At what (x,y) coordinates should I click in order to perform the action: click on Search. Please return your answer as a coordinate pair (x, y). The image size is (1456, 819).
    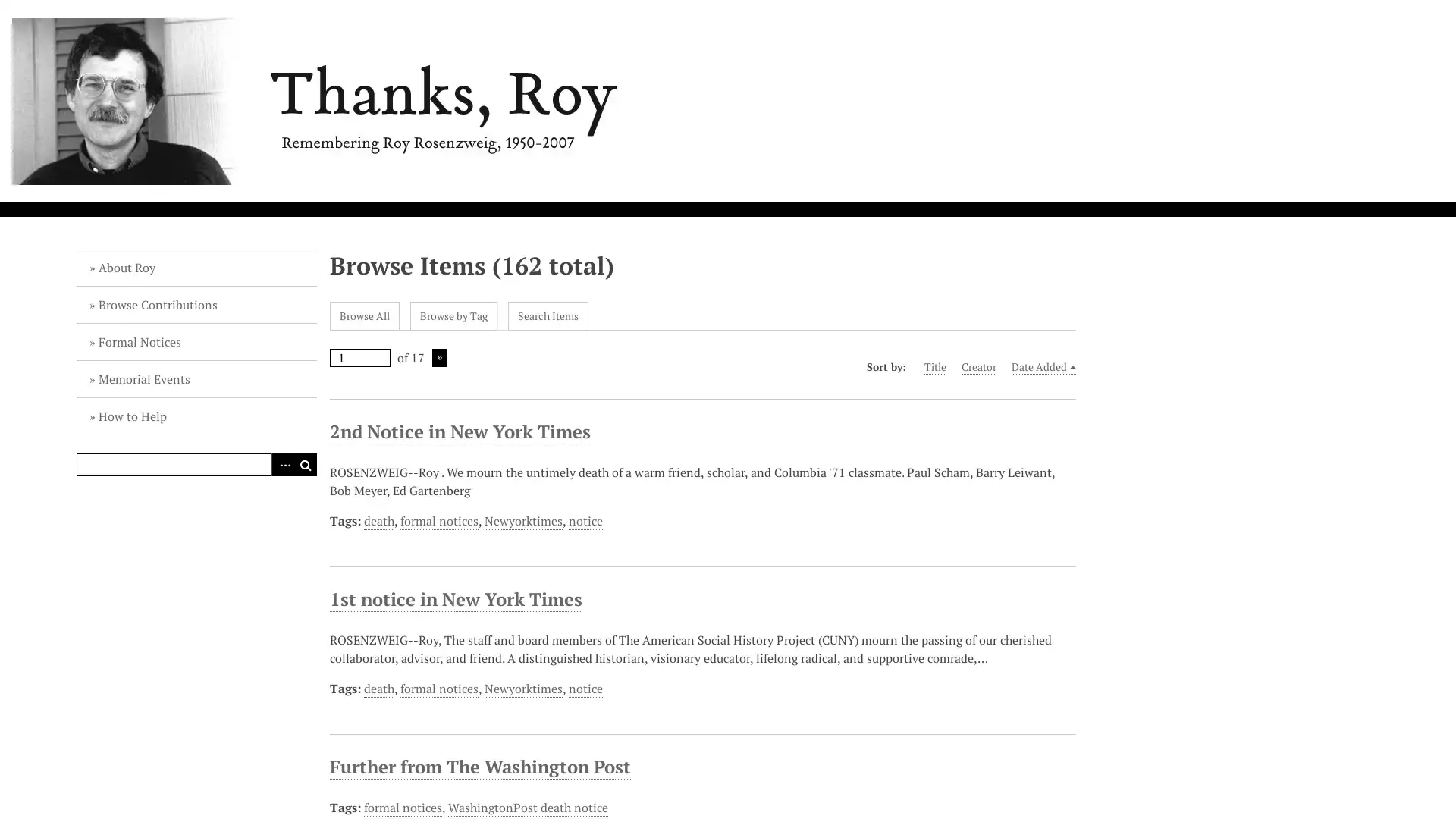
    Looking at the image, I should click on (305, 464).